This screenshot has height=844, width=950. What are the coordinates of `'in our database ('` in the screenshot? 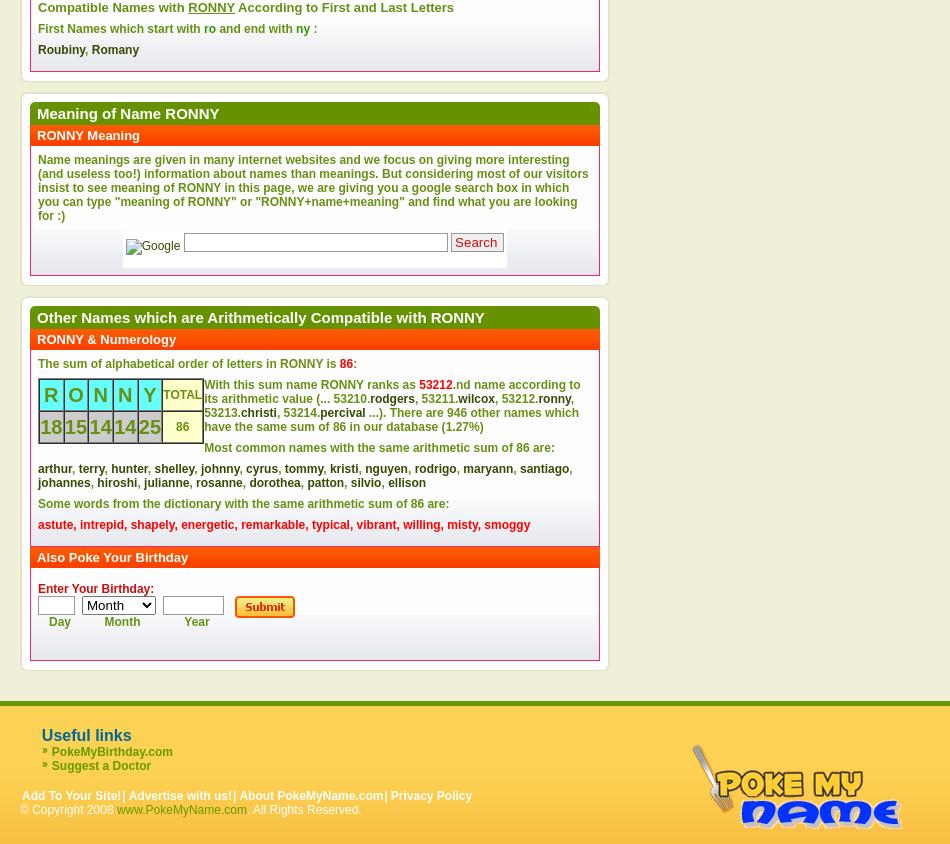 It's located at (394, 425).